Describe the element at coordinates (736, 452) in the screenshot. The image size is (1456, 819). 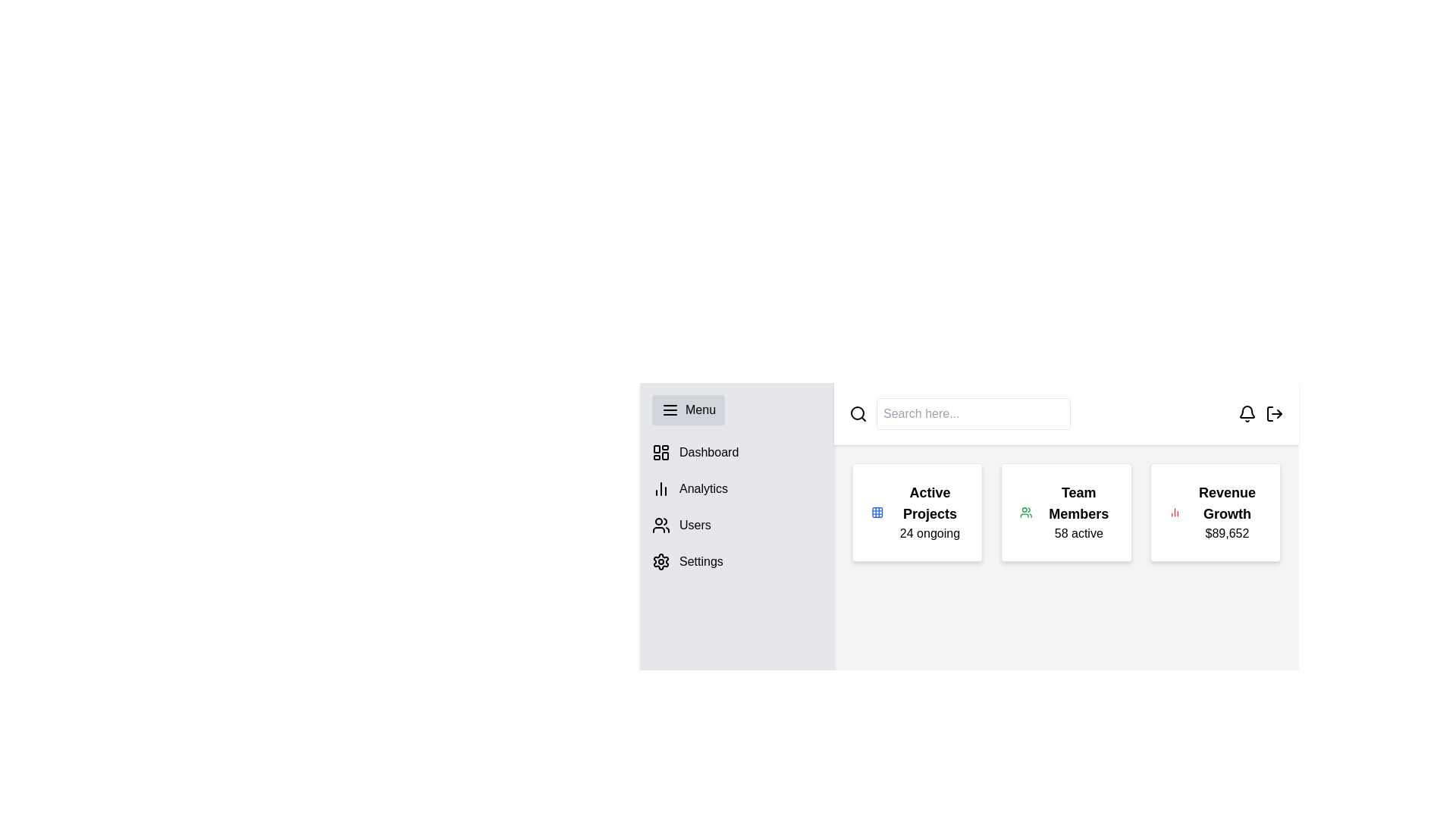
I see `the 'Dashboard' button located in the upper left corner of the sidebar navigation panel` at that location.